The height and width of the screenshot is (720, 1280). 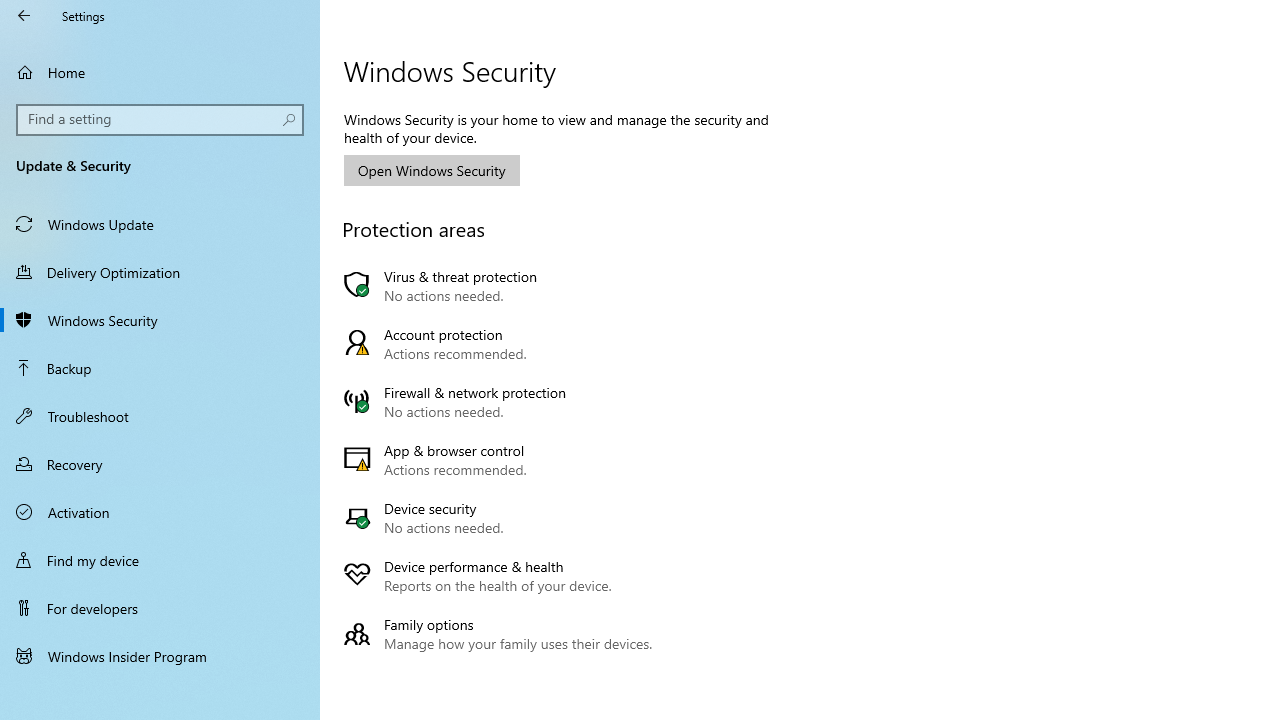 I want to click on 'Search box, Find a setting', so click(x=160, y=119).